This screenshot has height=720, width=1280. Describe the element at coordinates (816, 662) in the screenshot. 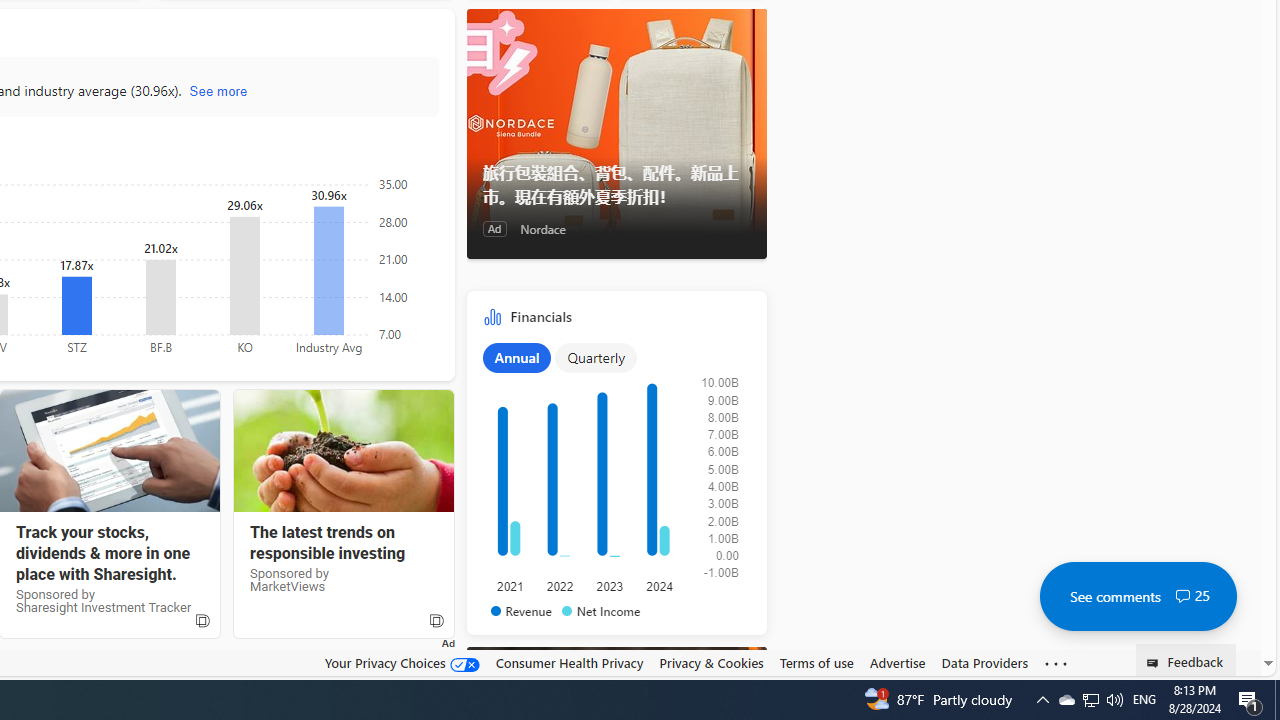

I see `'Terms of use'` at that location.